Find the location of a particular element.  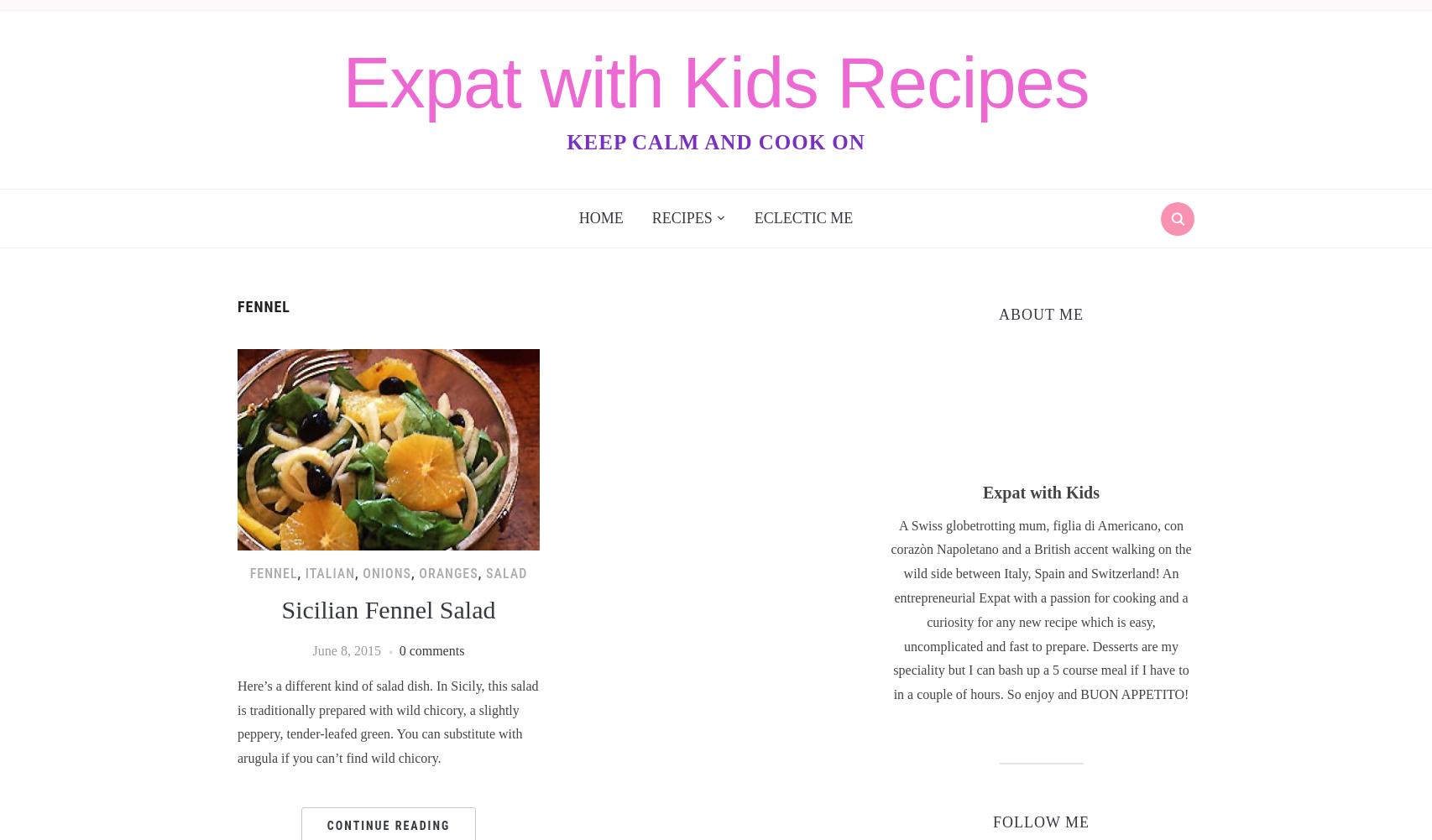

'Continue Reading' is located at coordinates (326, 823).